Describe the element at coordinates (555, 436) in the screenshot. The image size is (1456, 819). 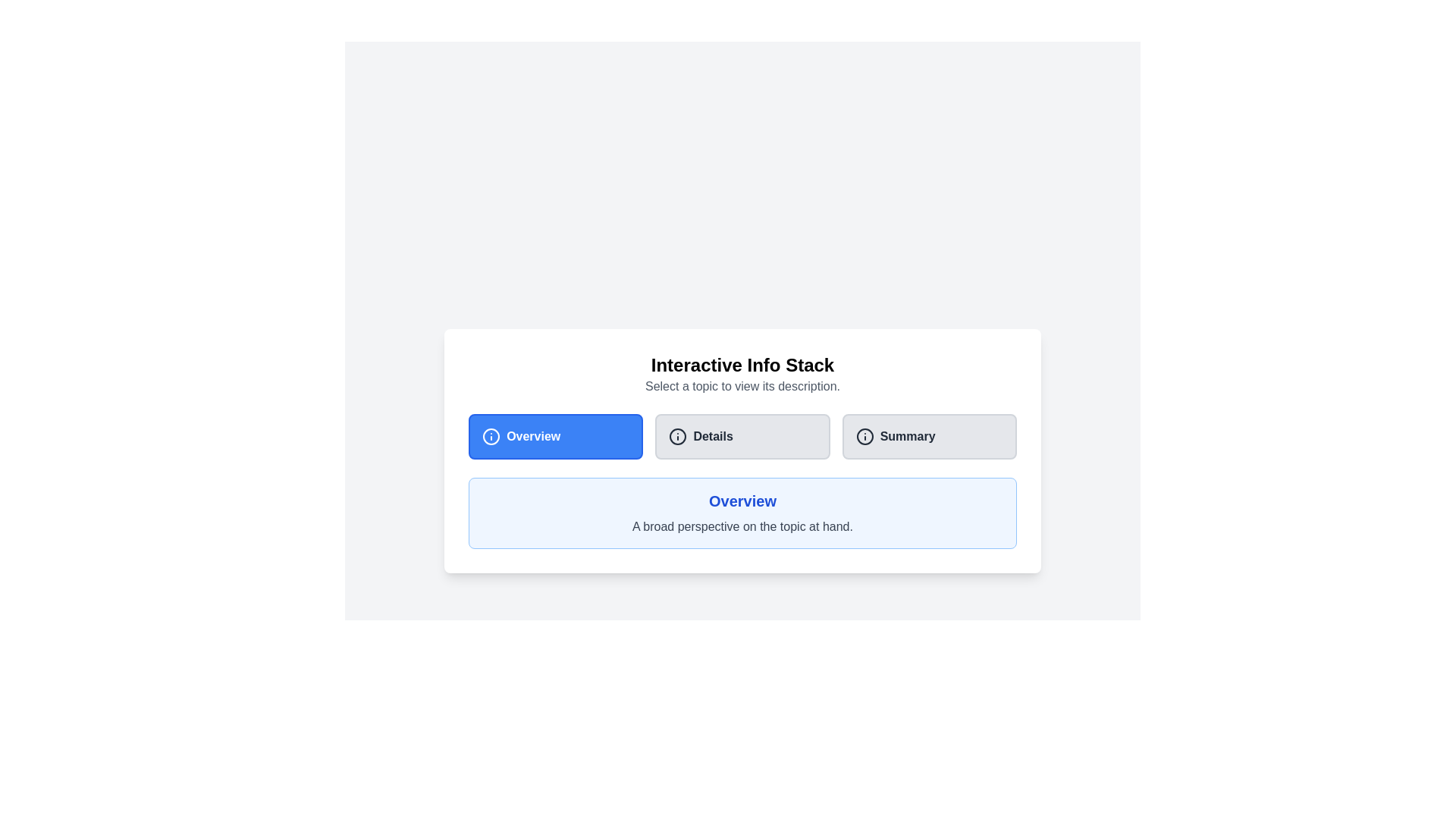
I see `the bright blue 'Overview' button with an information icon` at that location.